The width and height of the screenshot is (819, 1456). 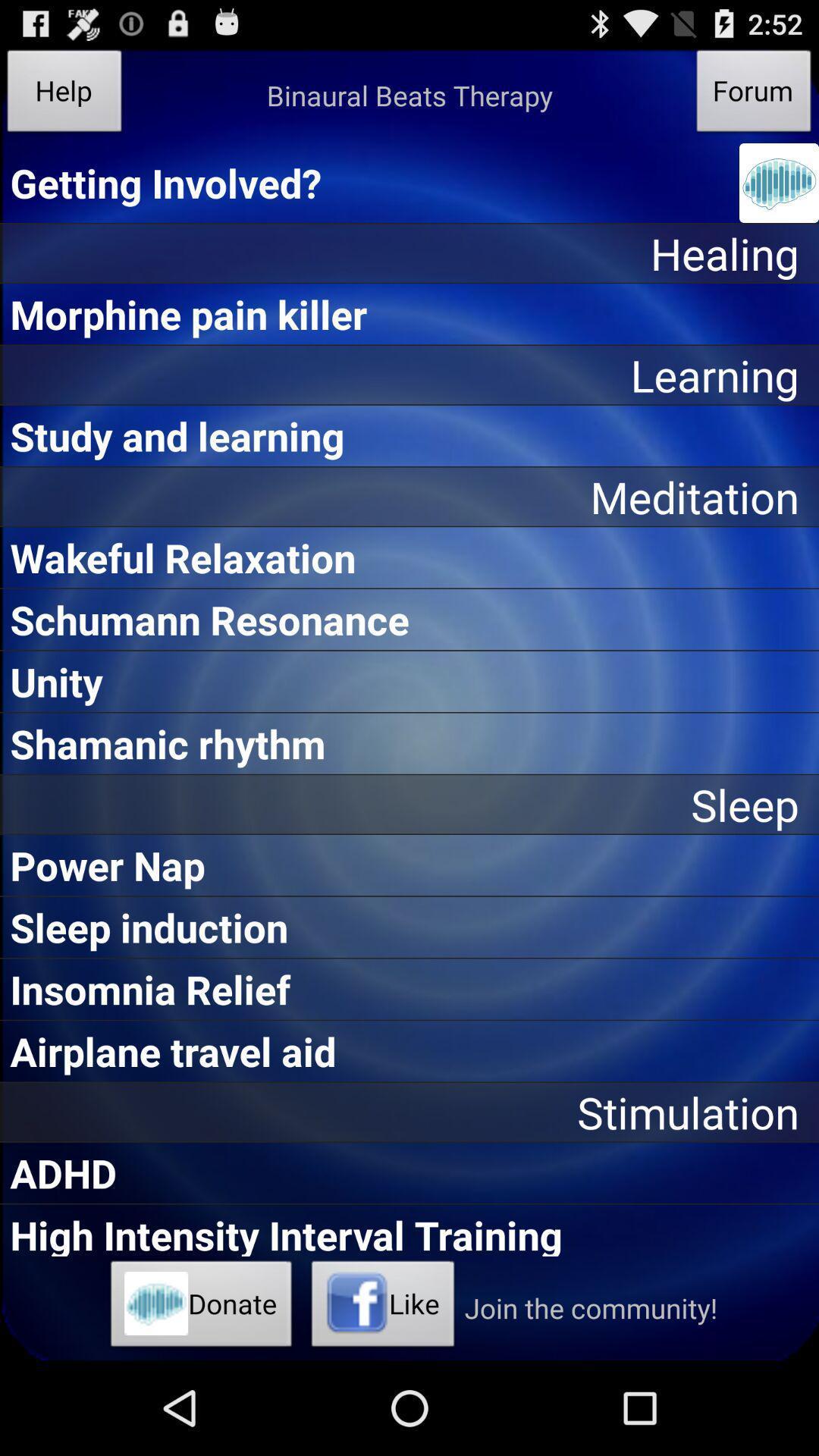 What do you see at coordinates (754, 94) in the screenshot?
I see `the icon to the right of the binaural beats therapy` at bounding box center [754, 94].